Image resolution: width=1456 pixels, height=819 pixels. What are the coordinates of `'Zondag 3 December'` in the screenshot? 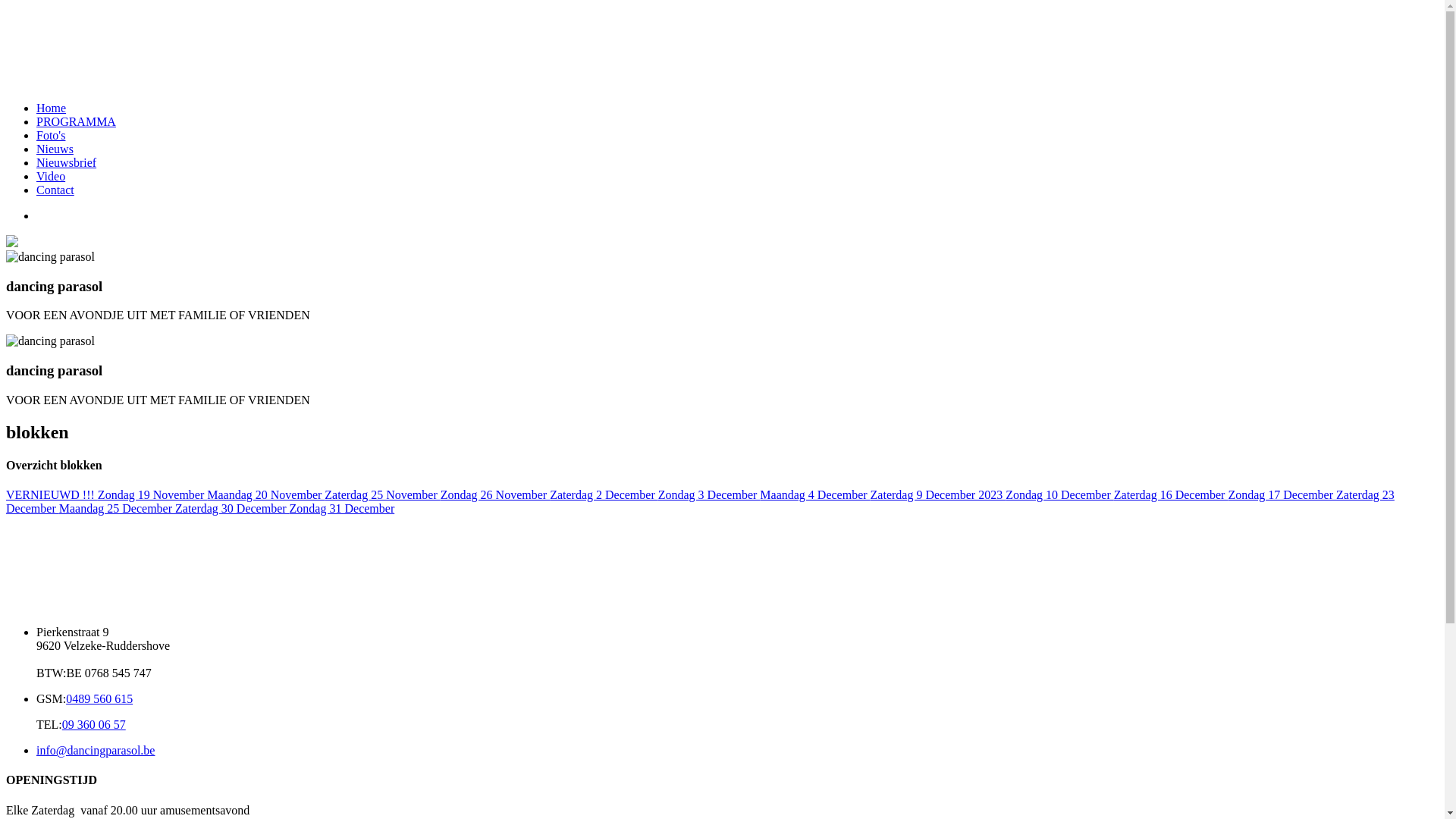 It's located at (708, 494).